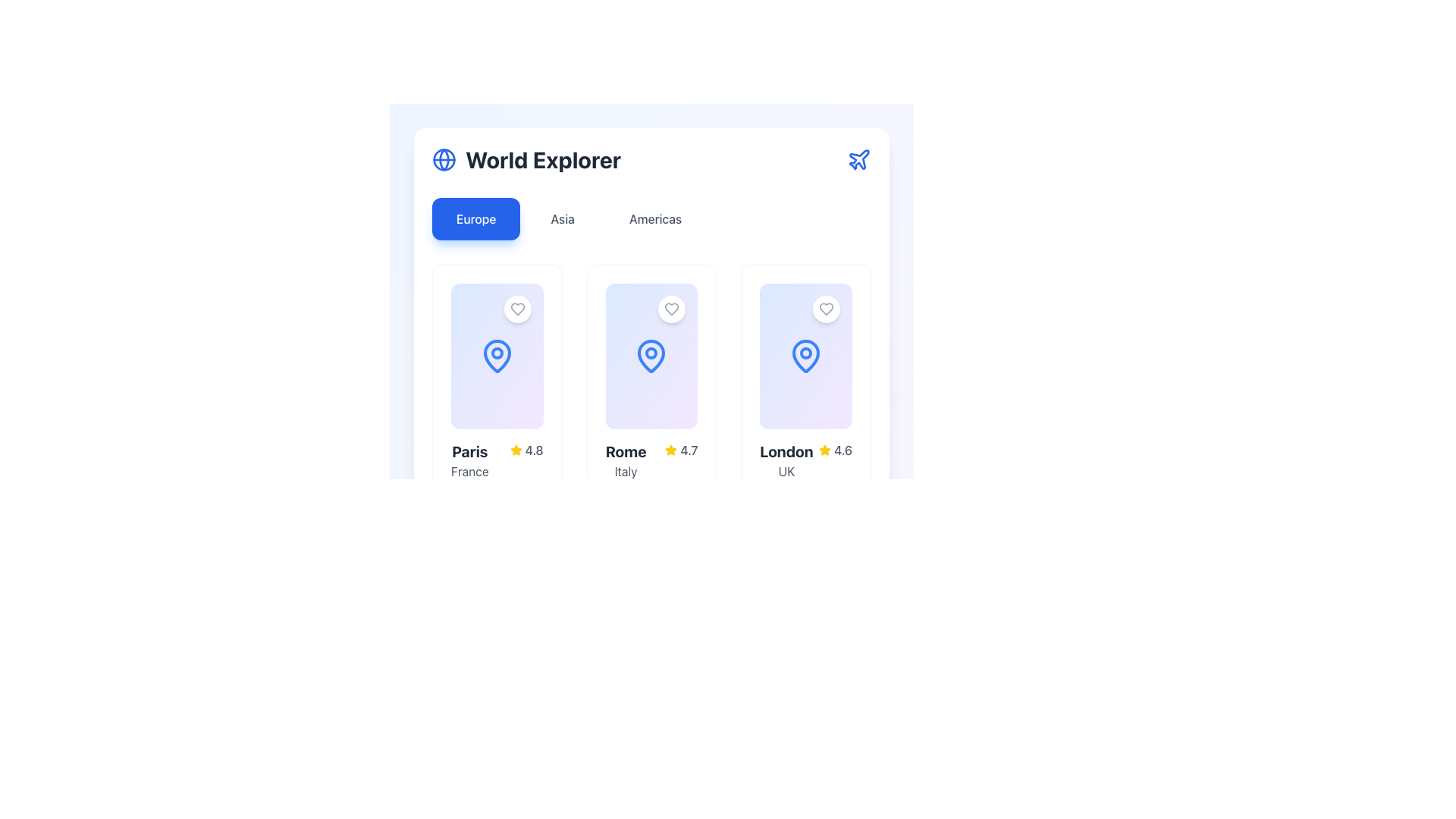  I want to click on the text label displaying 'Paris, France', which identifies the location within the first column of a row containing similar items, so click(469, 460).